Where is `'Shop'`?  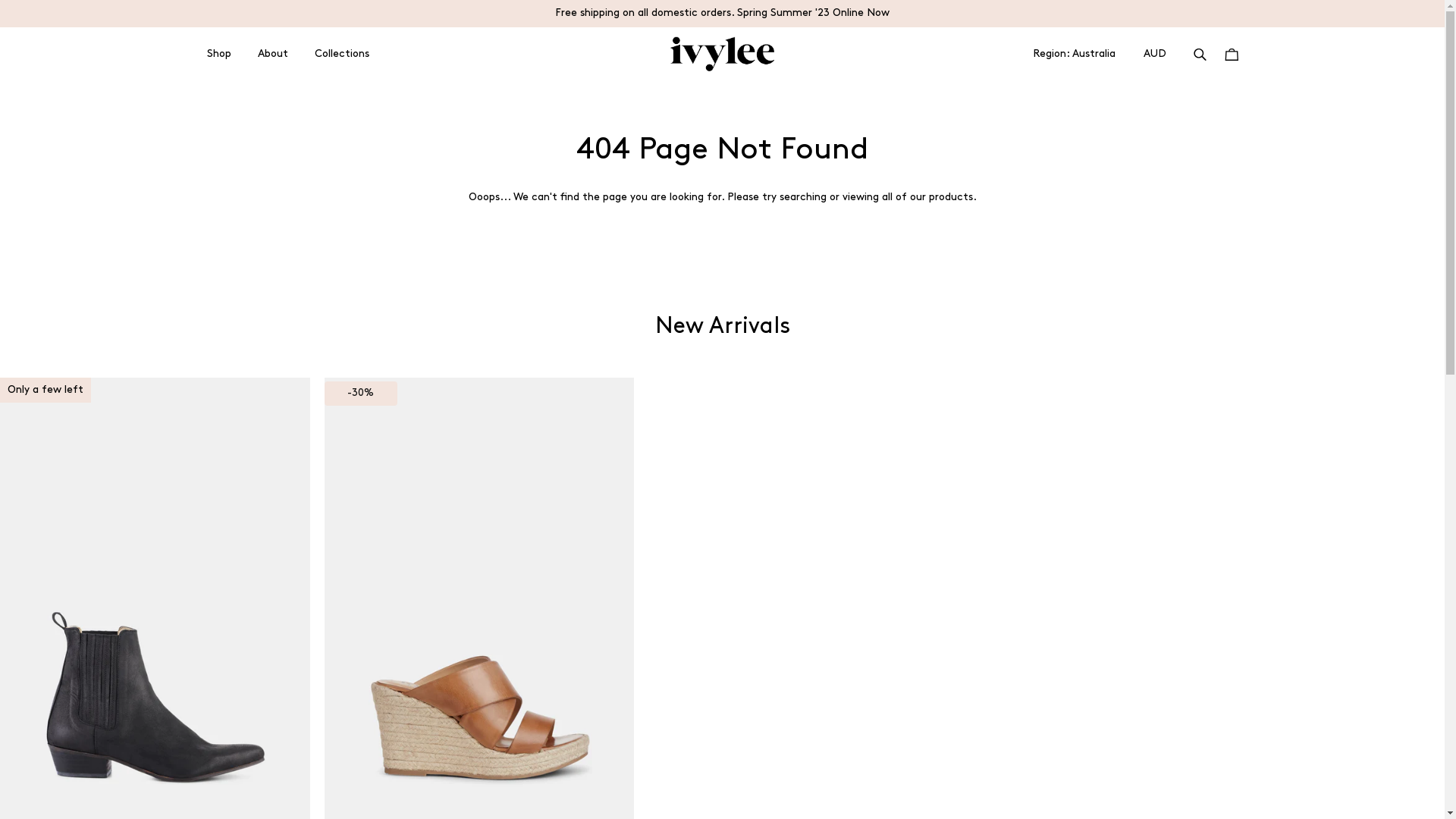 'Shop' is located at coordinates (218, 54).